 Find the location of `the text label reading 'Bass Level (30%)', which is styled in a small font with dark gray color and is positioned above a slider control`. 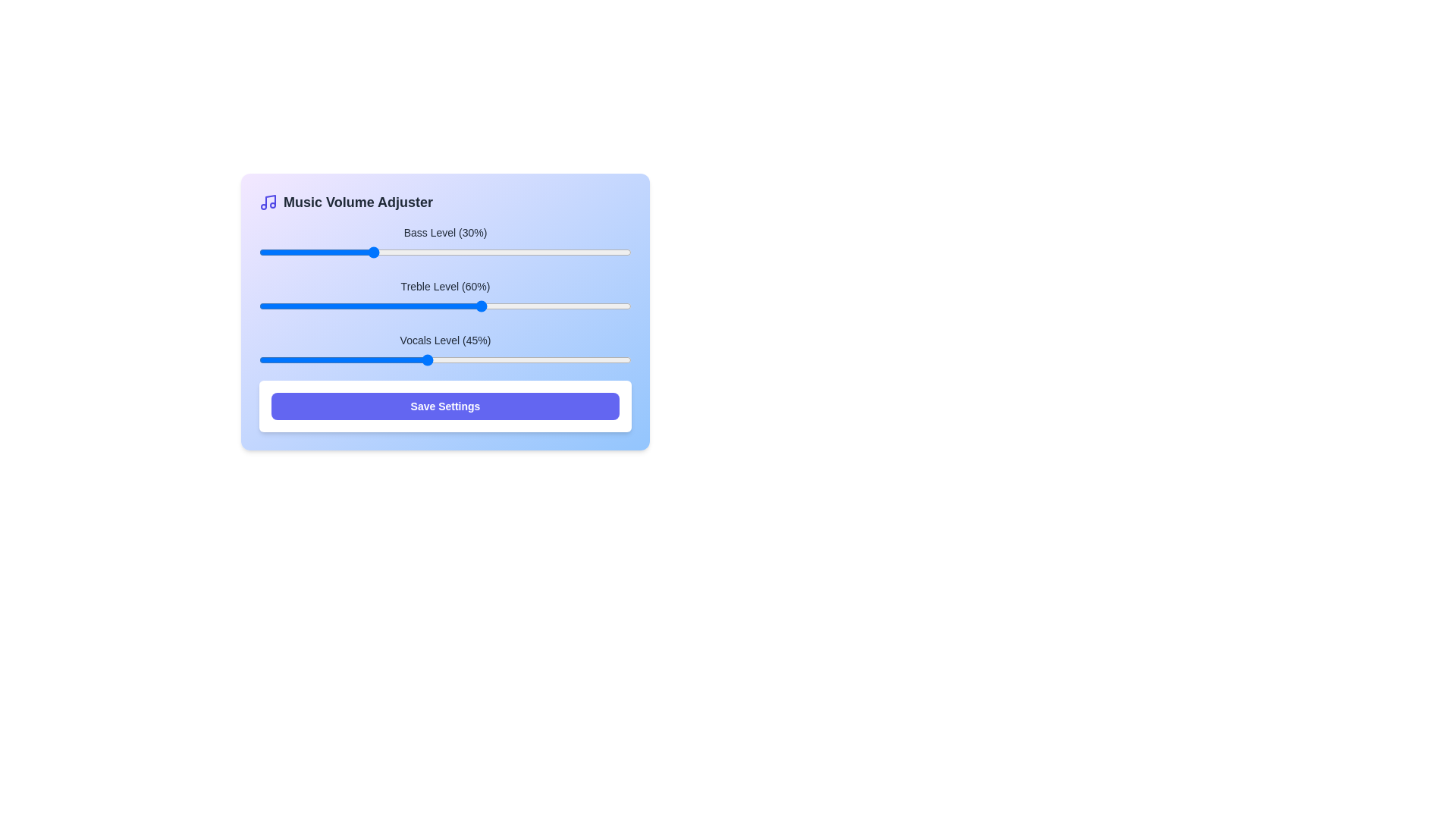

the text label reading 'Bass Level (30%)', which is styled in a small font with dark gray color and is positioned above a slider control is located at coordinates (444, 233).